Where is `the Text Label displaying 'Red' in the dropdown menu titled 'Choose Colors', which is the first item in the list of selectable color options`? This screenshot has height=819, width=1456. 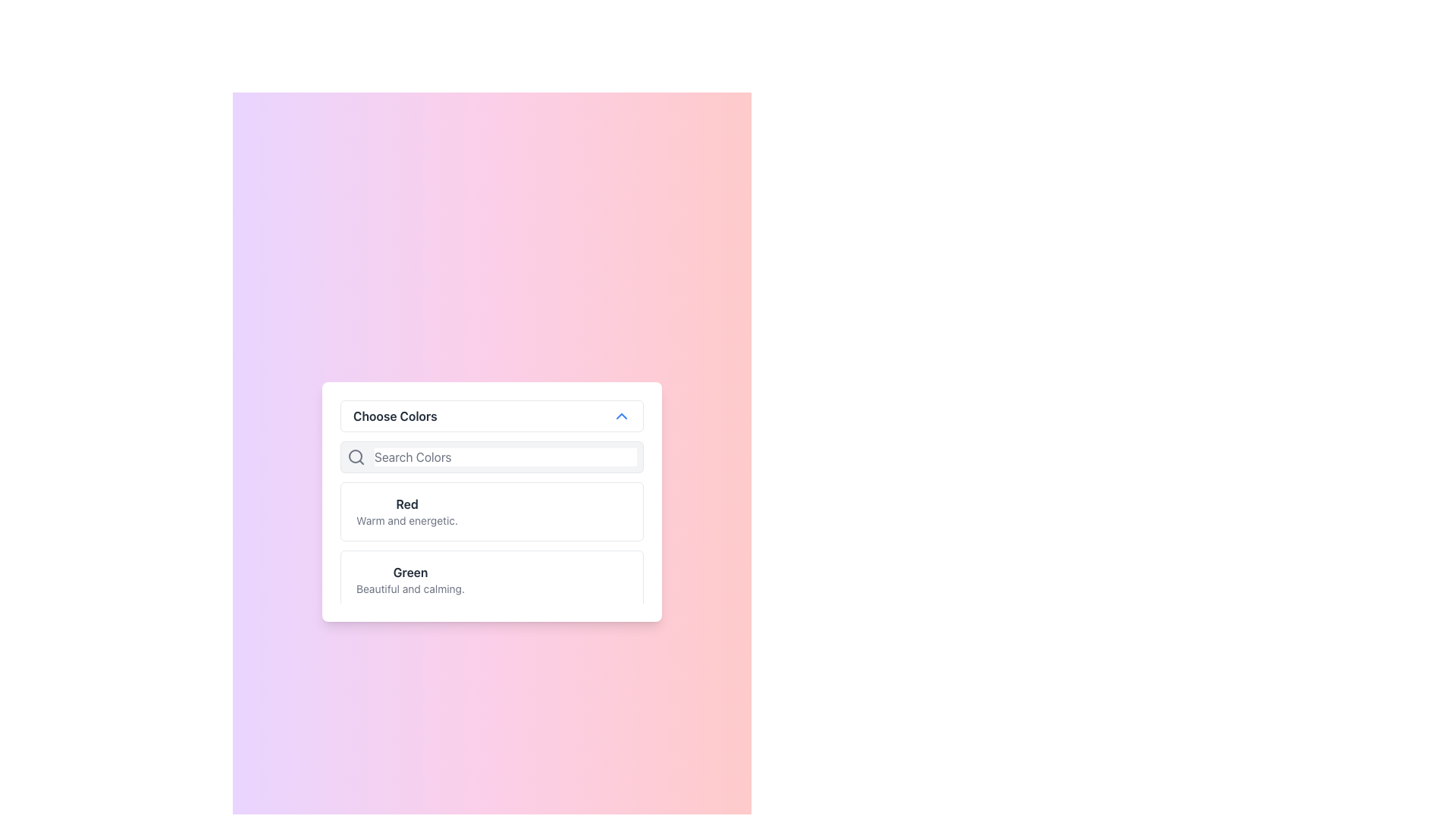
the Text Label displaying 'Red' in the dropdown menu titled 'Choose Colors', which is the first item in the list of selectable color options is located at coordinates (407, 504).